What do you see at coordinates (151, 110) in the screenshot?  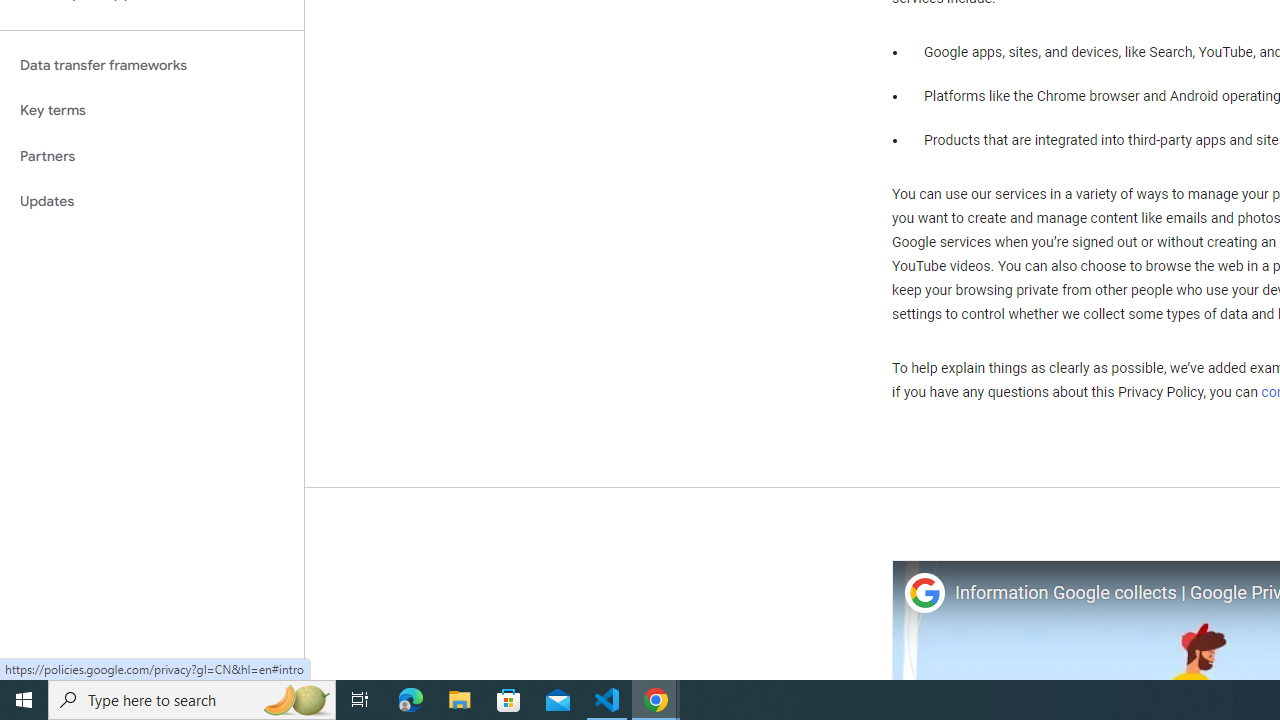 I see `'Key terms'` at bounding box center [151, 110].